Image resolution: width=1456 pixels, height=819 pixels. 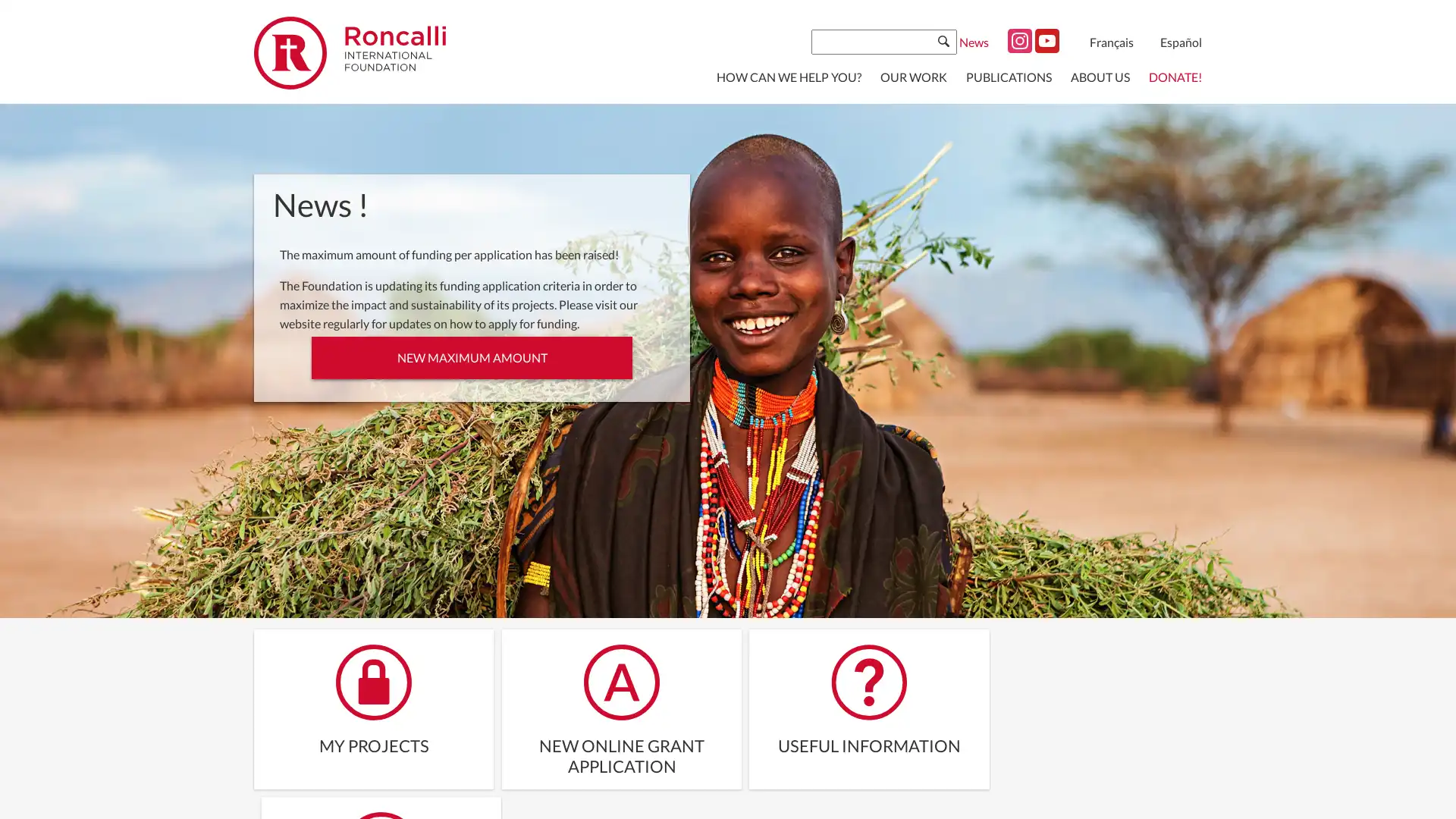 I want to click on Search, so click(x=943, y=40).